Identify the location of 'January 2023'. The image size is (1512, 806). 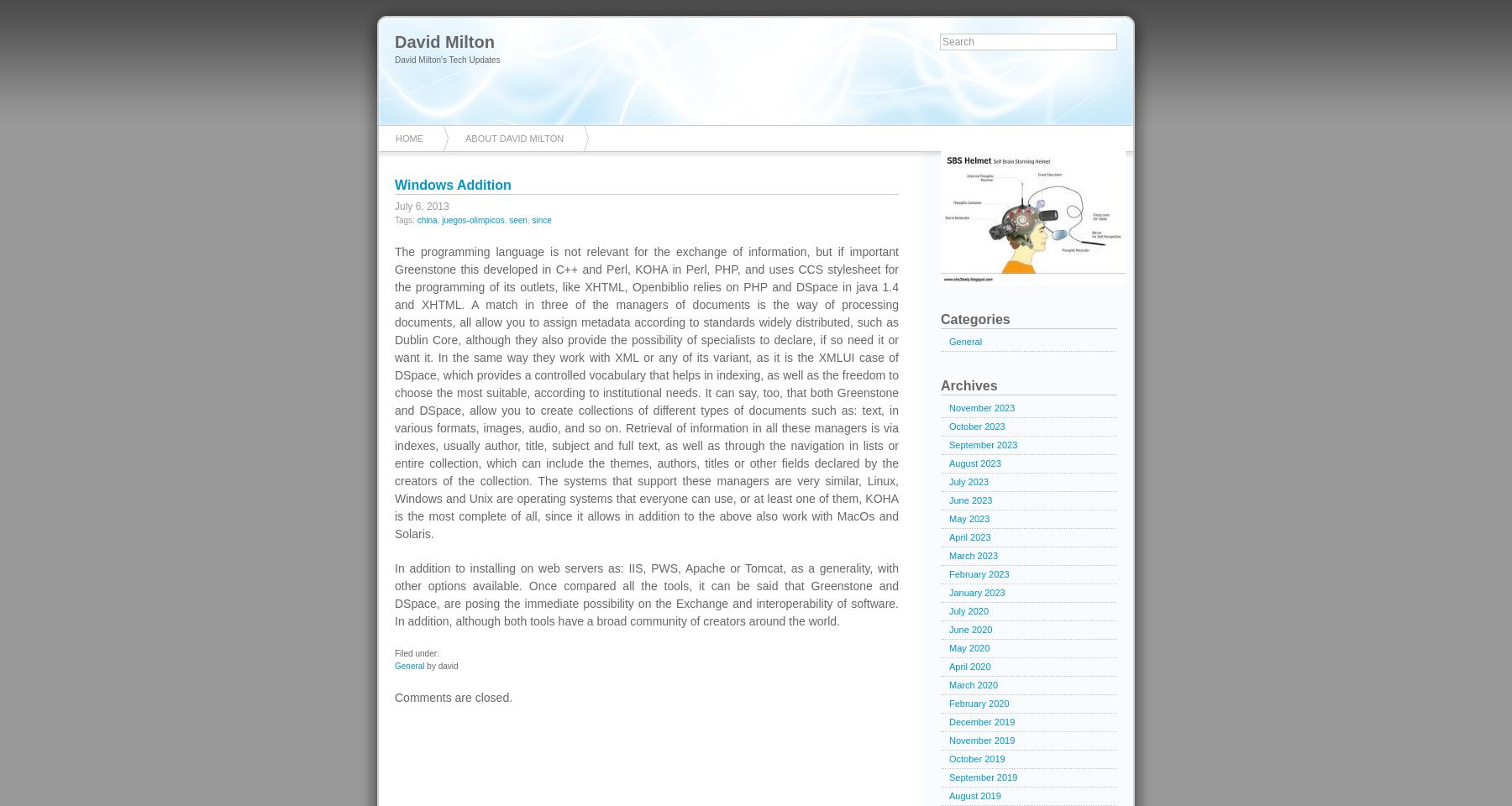
(948, 592).